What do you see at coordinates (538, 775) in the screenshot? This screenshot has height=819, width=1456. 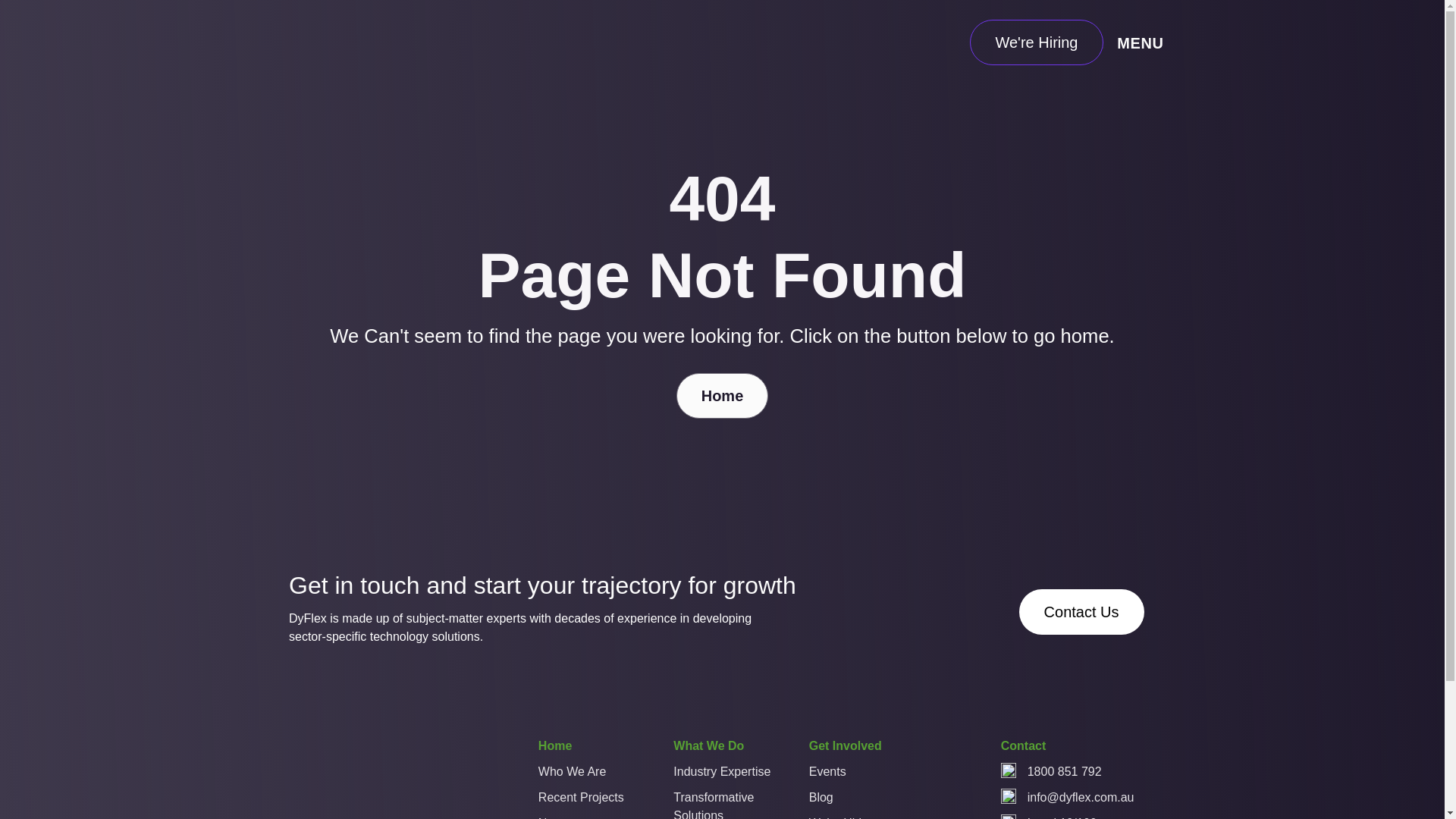 I see `'Who We Are'` at bounding box center [538, 775].